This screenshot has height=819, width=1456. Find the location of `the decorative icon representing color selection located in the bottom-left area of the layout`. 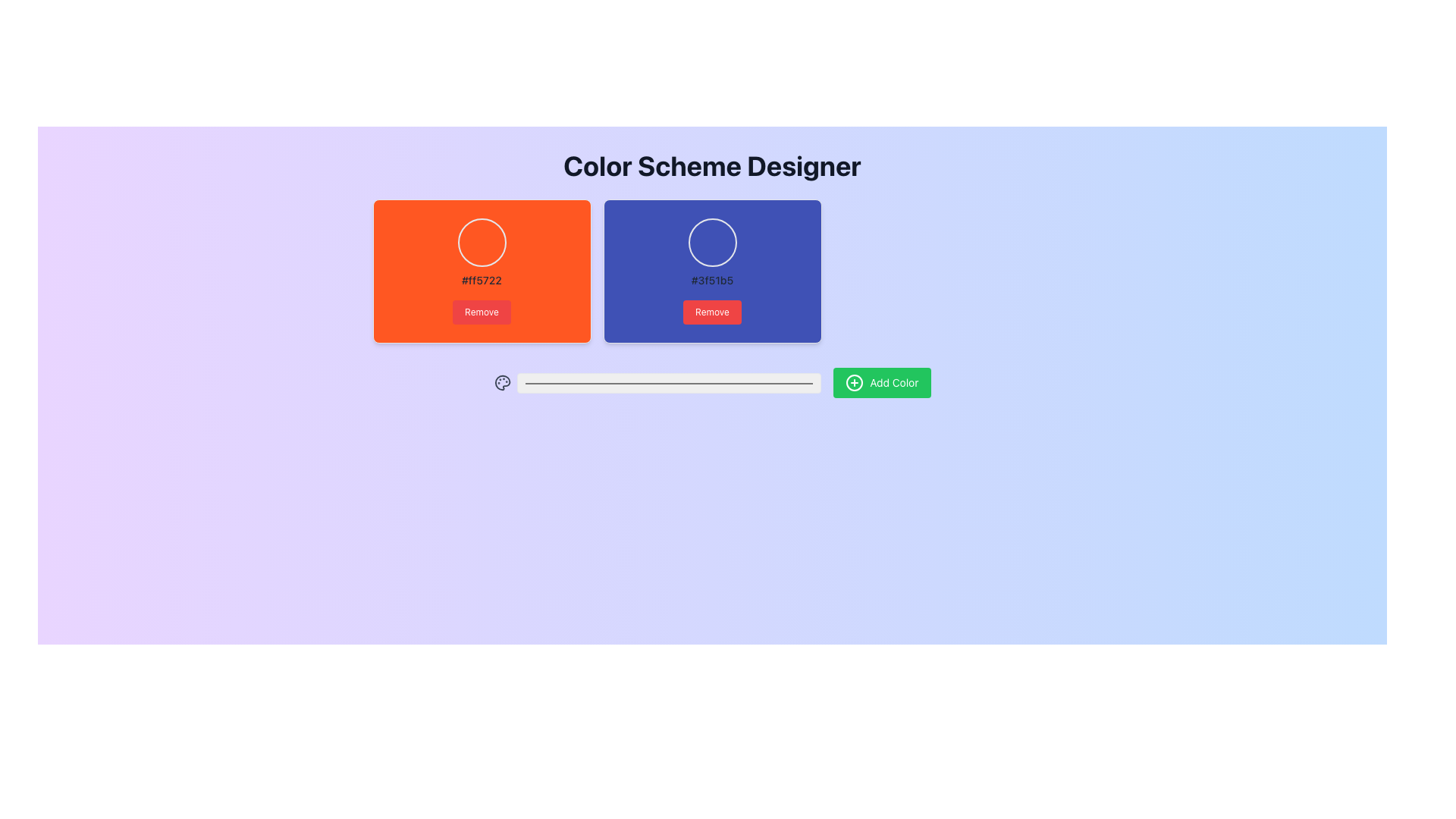

the decorative icon representing color selection located in the bottom-left area of the layout is located at coordinates (502, 382).